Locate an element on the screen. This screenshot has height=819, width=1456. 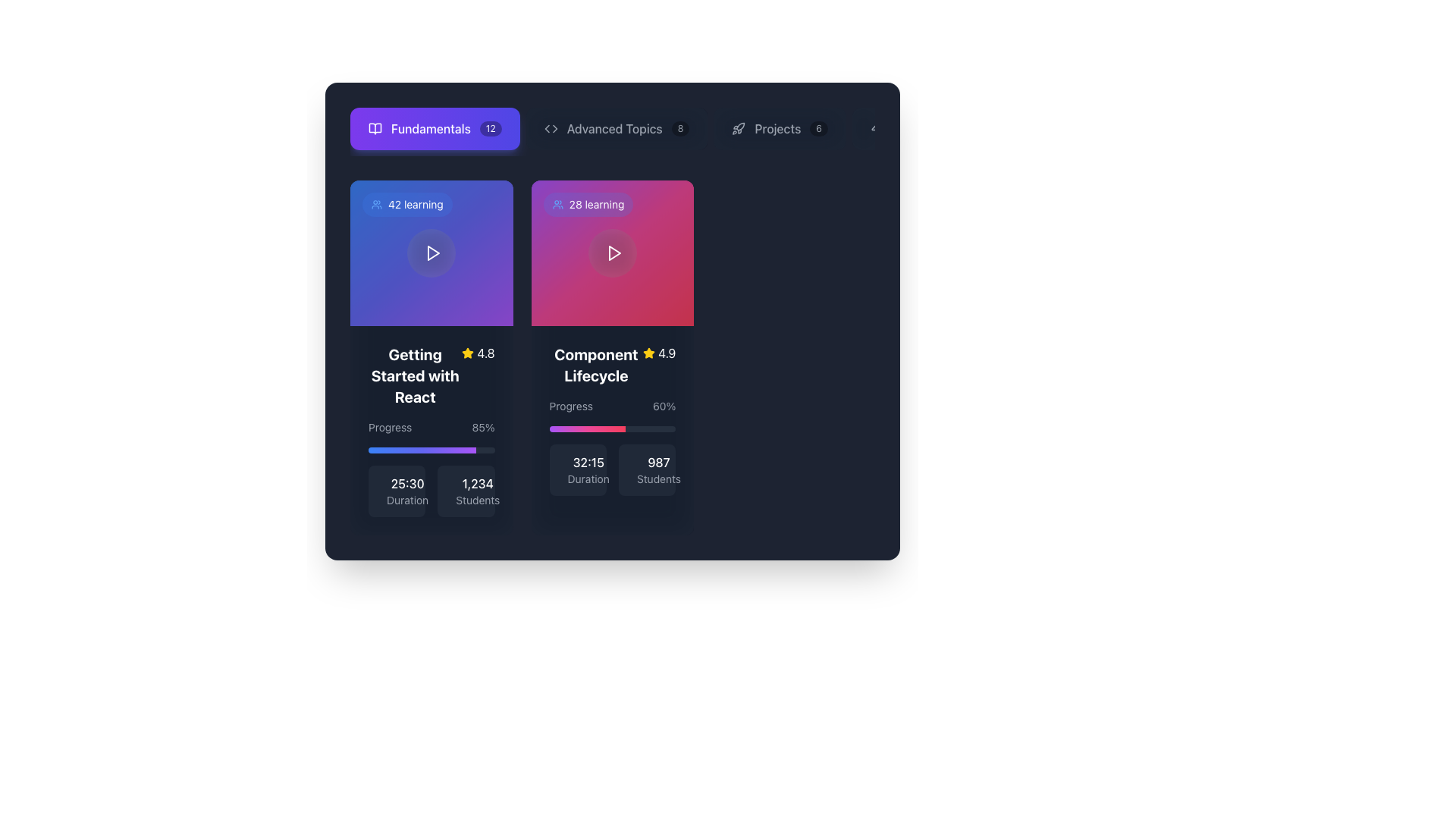
the navigational button for 'Advanced Topics' located between 'Fundamentals' and 'Projects' is located at coordinates (617, 127).